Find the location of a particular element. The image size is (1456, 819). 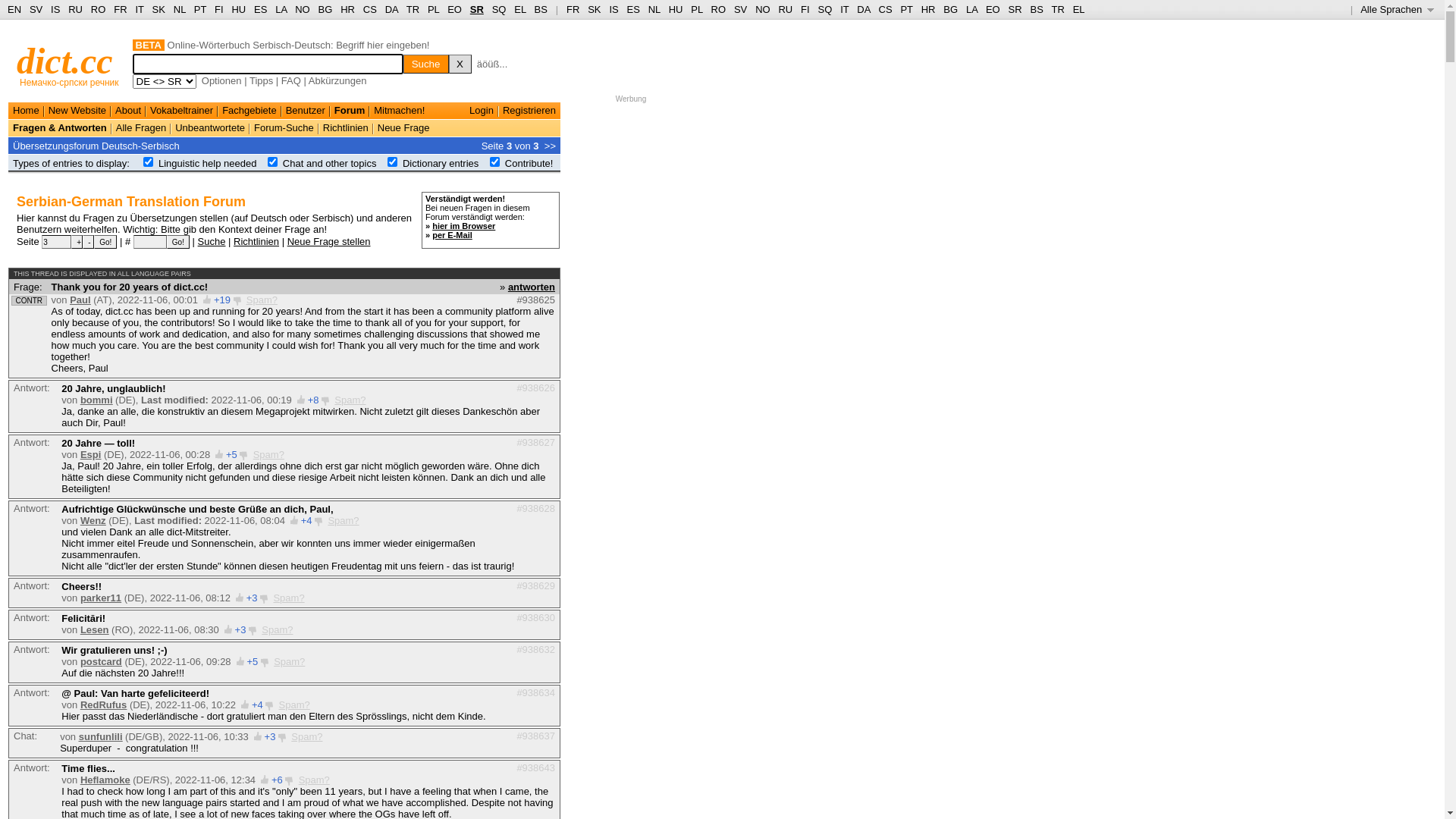

'EL' is located at coordinates (519, 9).